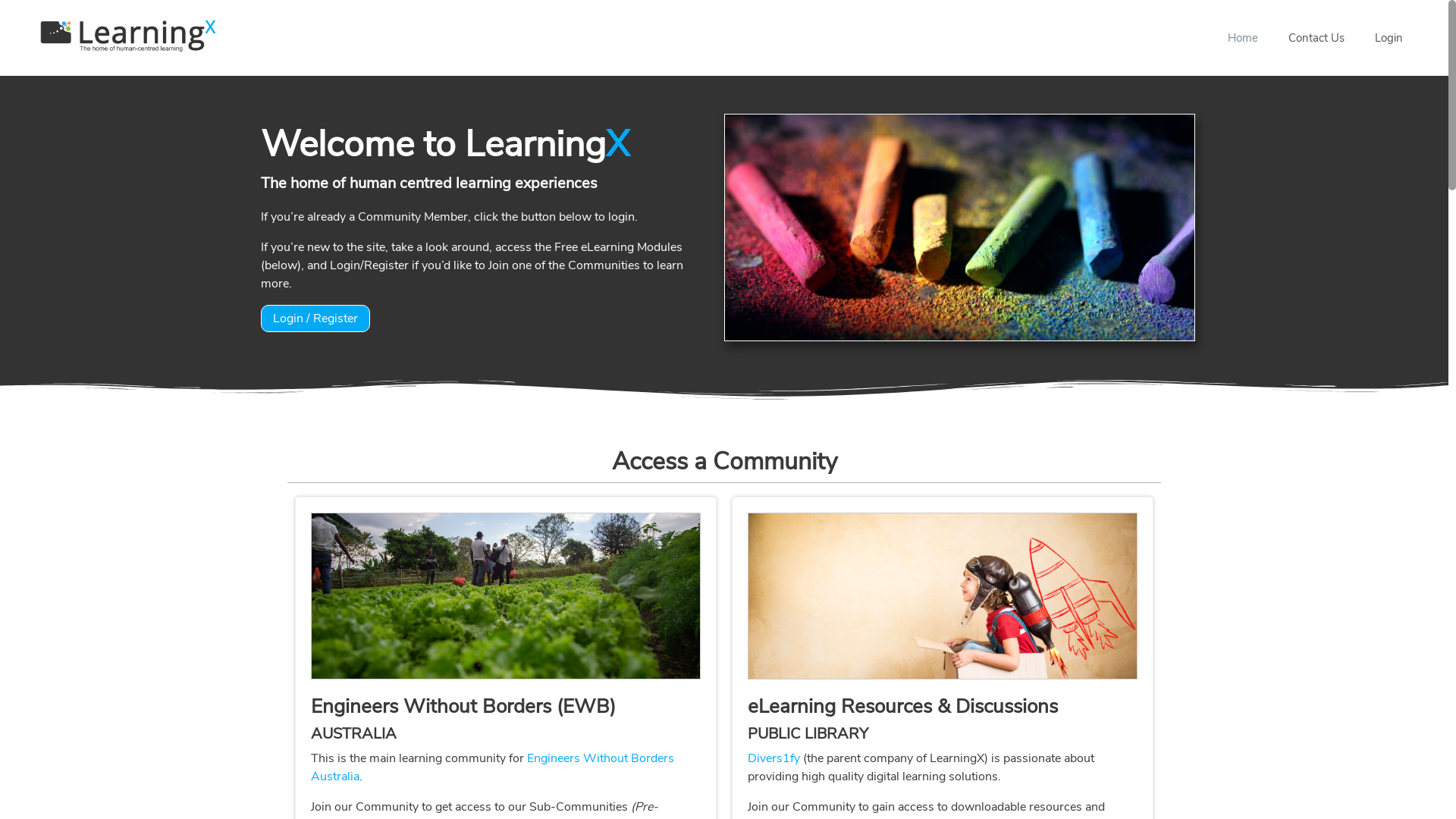  Describe the element at coordinates (773, 758) in the screenshot. I see `'Divers1fy'` at that location.